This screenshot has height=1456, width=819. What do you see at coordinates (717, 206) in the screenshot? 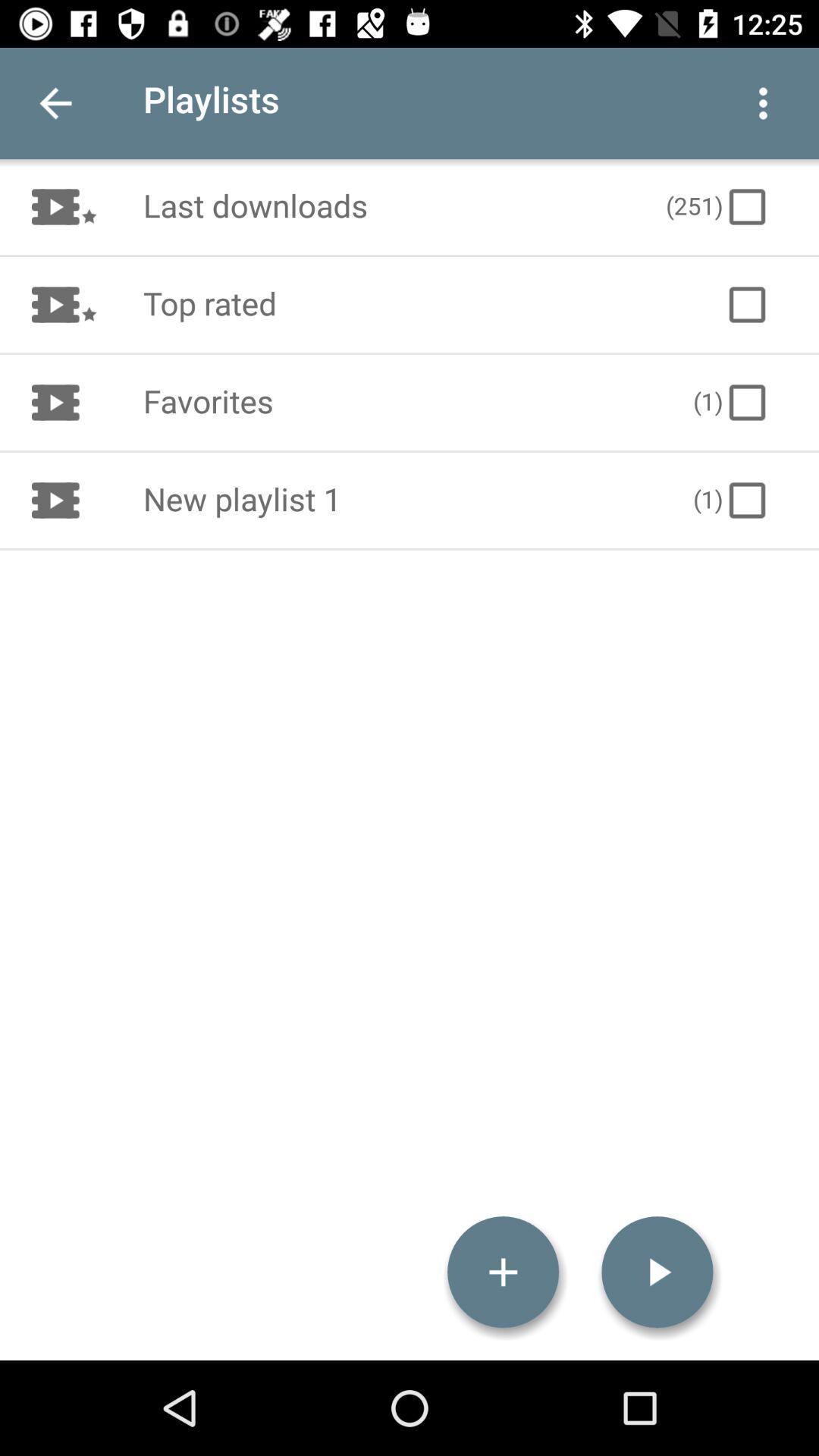
I see `the (251)` at bounding box center [717, 206].